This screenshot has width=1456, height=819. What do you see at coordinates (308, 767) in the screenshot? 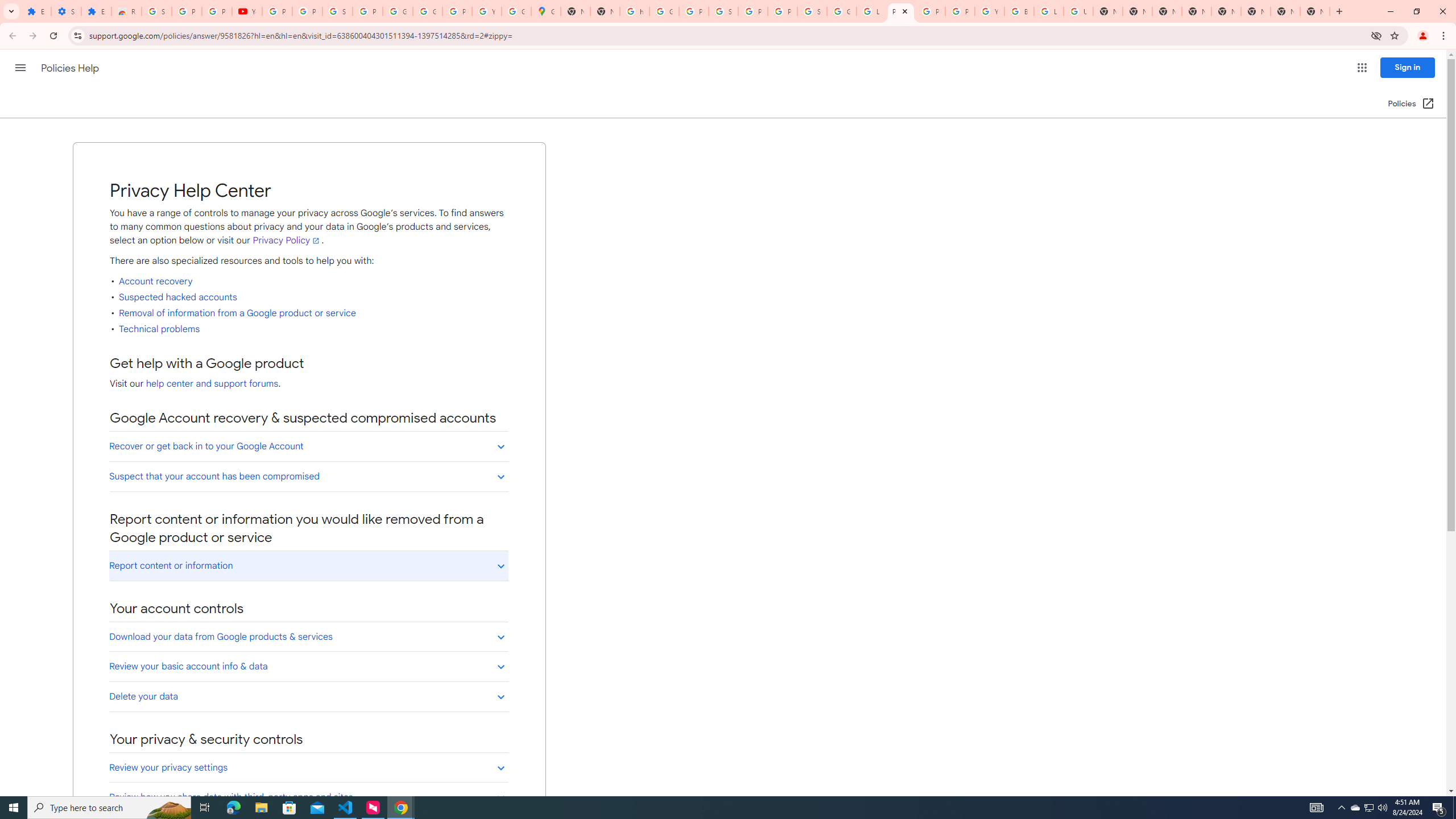
I see `'Review your privacy settings'` at bounding box center [308, 767].